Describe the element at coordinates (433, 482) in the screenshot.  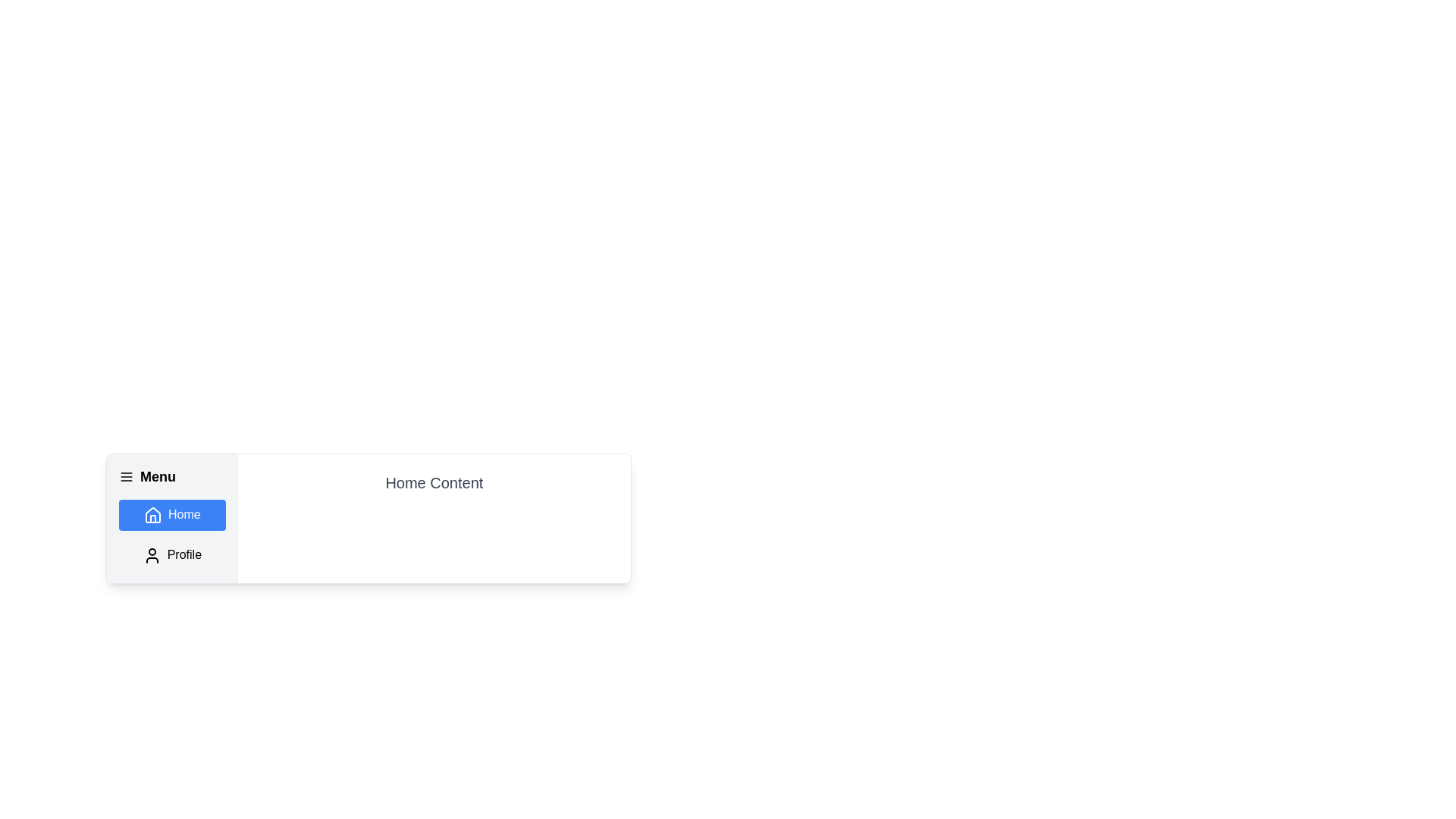
I see `the text element displaying 'Home Content' styled in gray, located` at that location.